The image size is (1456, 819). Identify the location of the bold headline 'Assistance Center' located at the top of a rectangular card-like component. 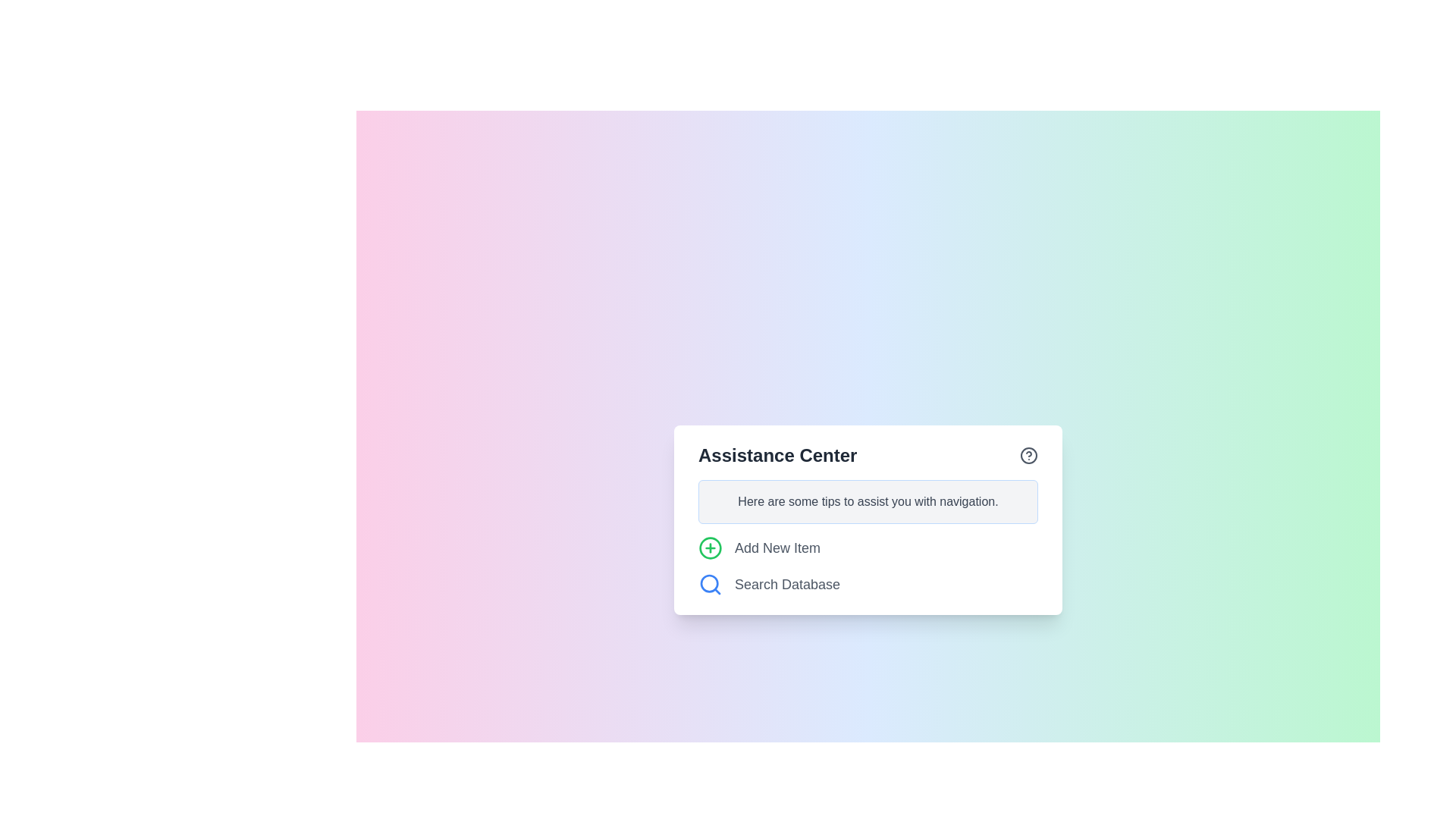
(777, 455).